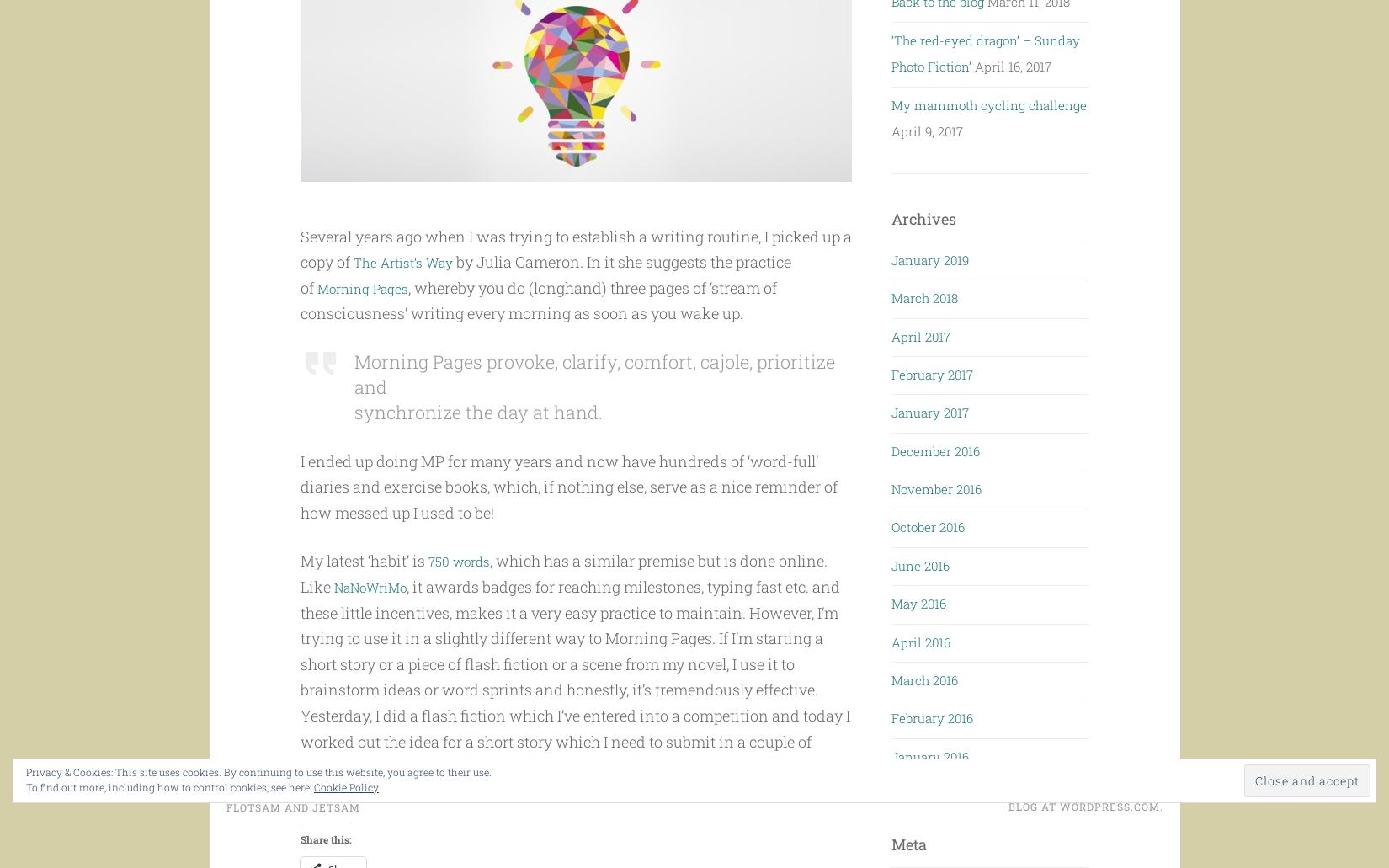 This screenshot has height=868, width=1389. What do you see at coordinates (988, 104) in the screenshot?
I see `'My mammoth cycling challenge'` at bounding box center [988, 104].